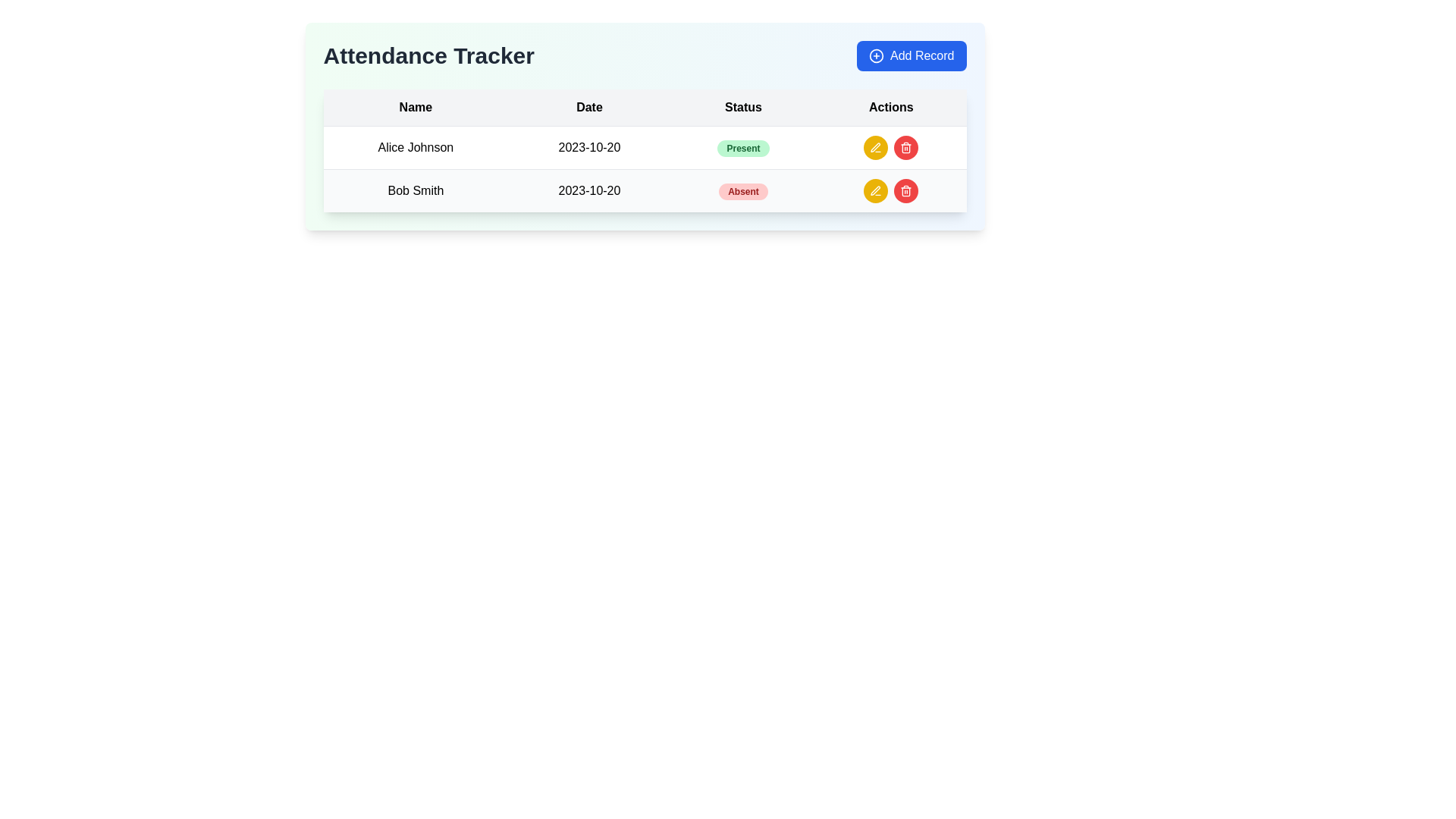  I want to click on the static text element displaying 'Bob Smith' located in the second row's first cell of the table under the 'Name' column, so click(416, 190).